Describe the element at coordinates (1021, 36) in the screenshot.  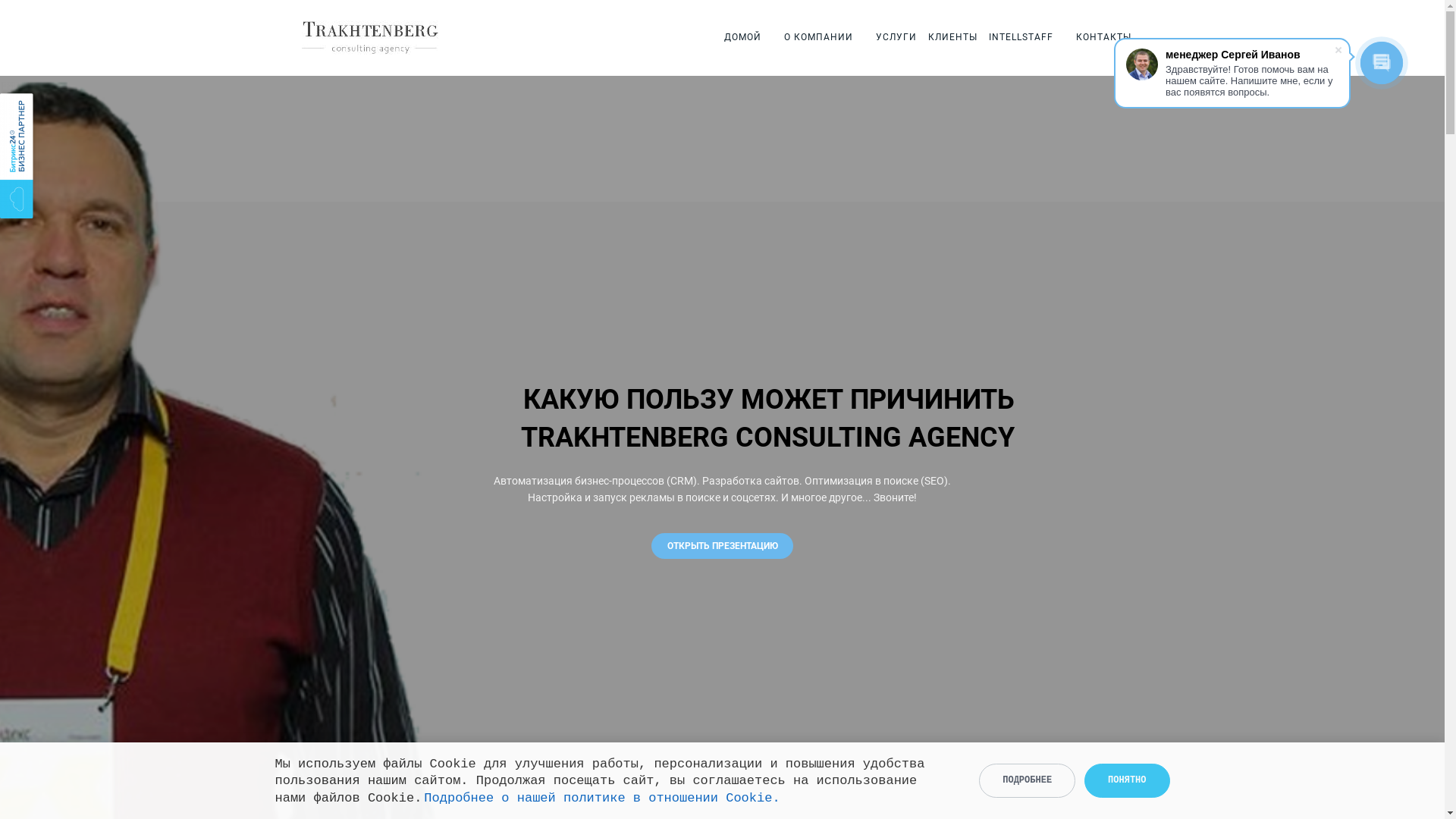
I see `'INTELLSTAFF'` at that location.